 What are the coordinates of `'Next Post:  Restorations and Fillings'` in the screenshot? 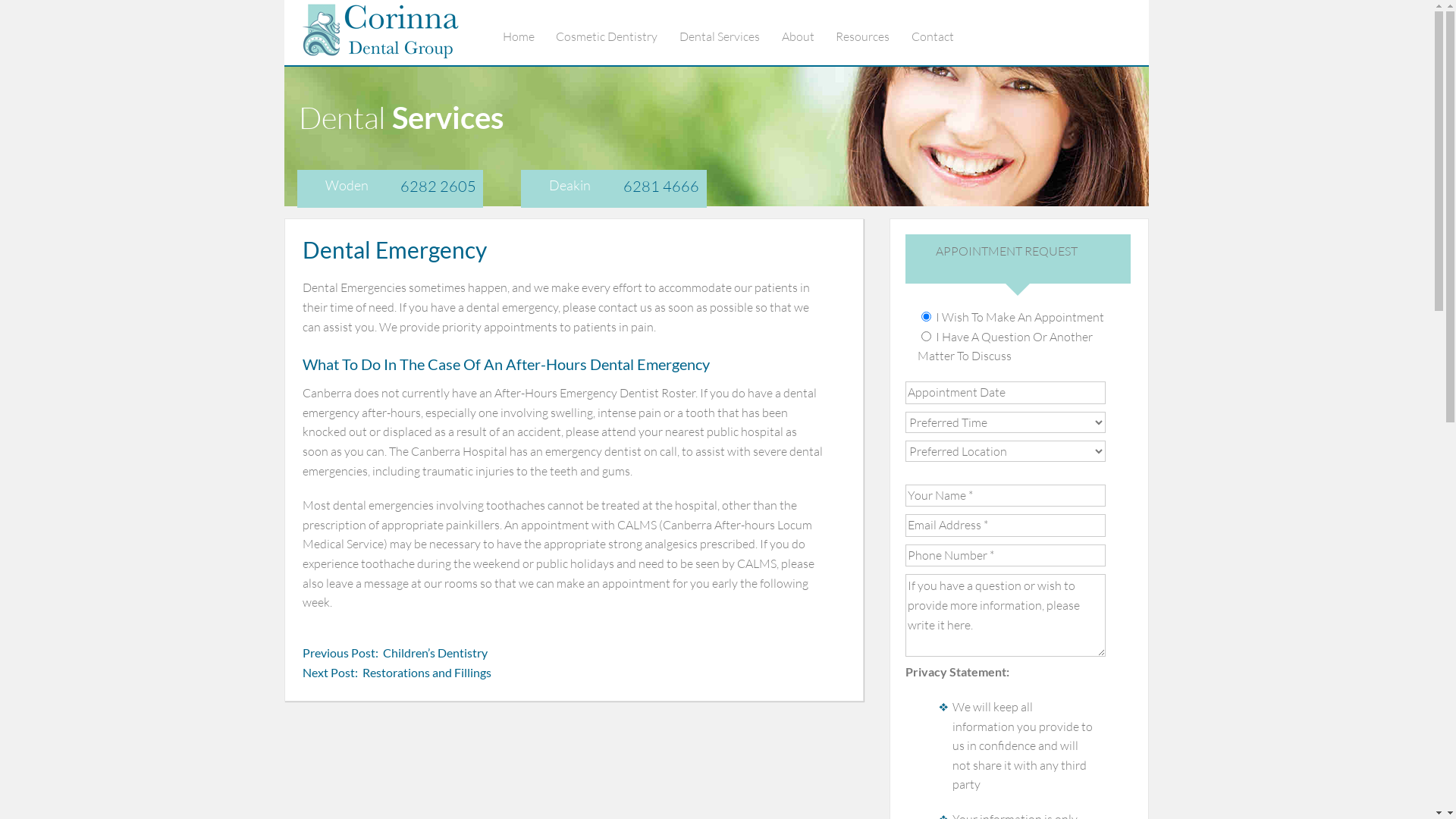 It's located at (397, 672).